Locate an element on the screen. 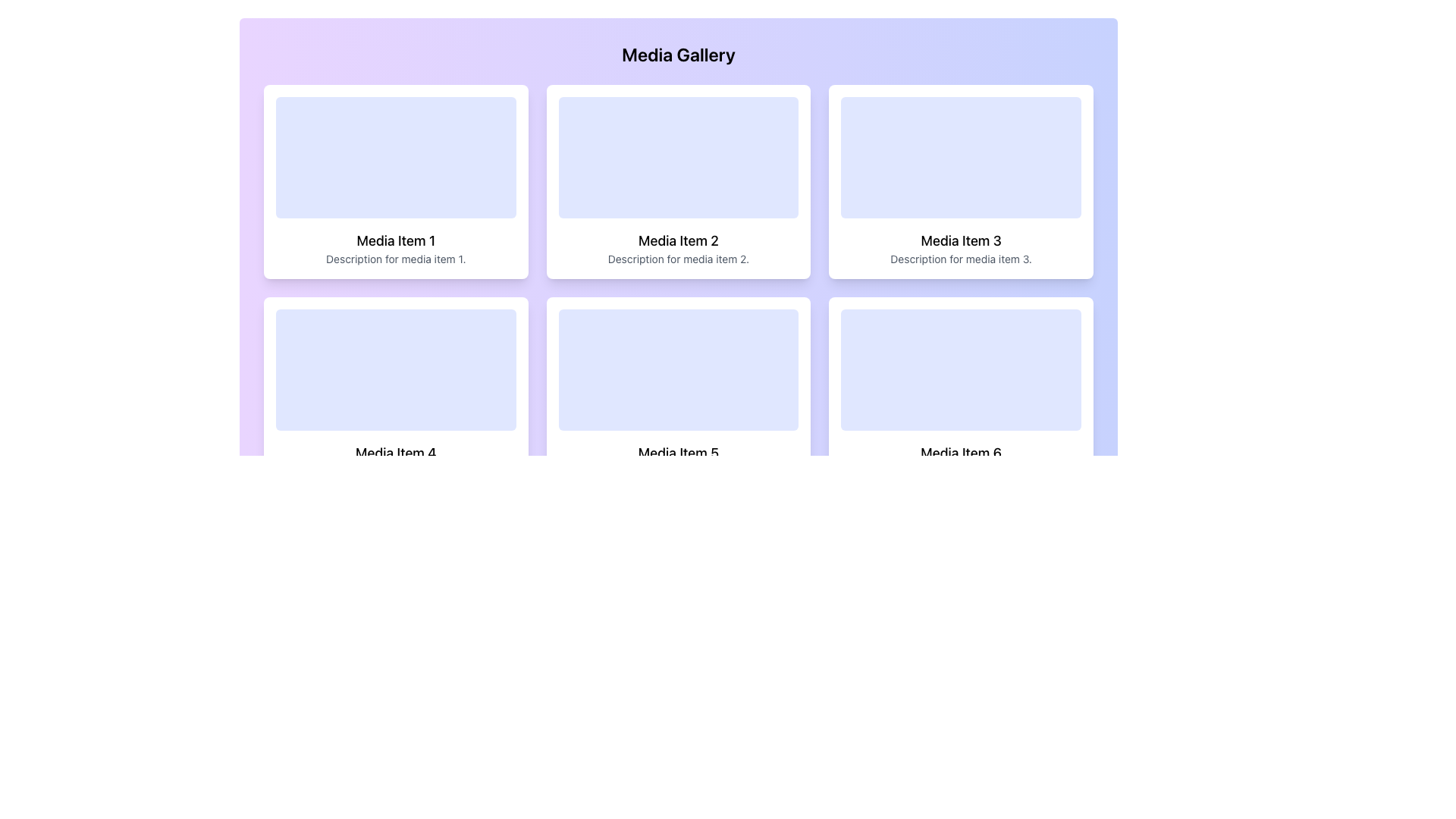 The width and height of the screenshot is (1456, 819). descriptive text label stating 'Description for media item 2.' located below the heading 'Media Item 2' in the Media Gallery grid is located at coordinates (677, 259).